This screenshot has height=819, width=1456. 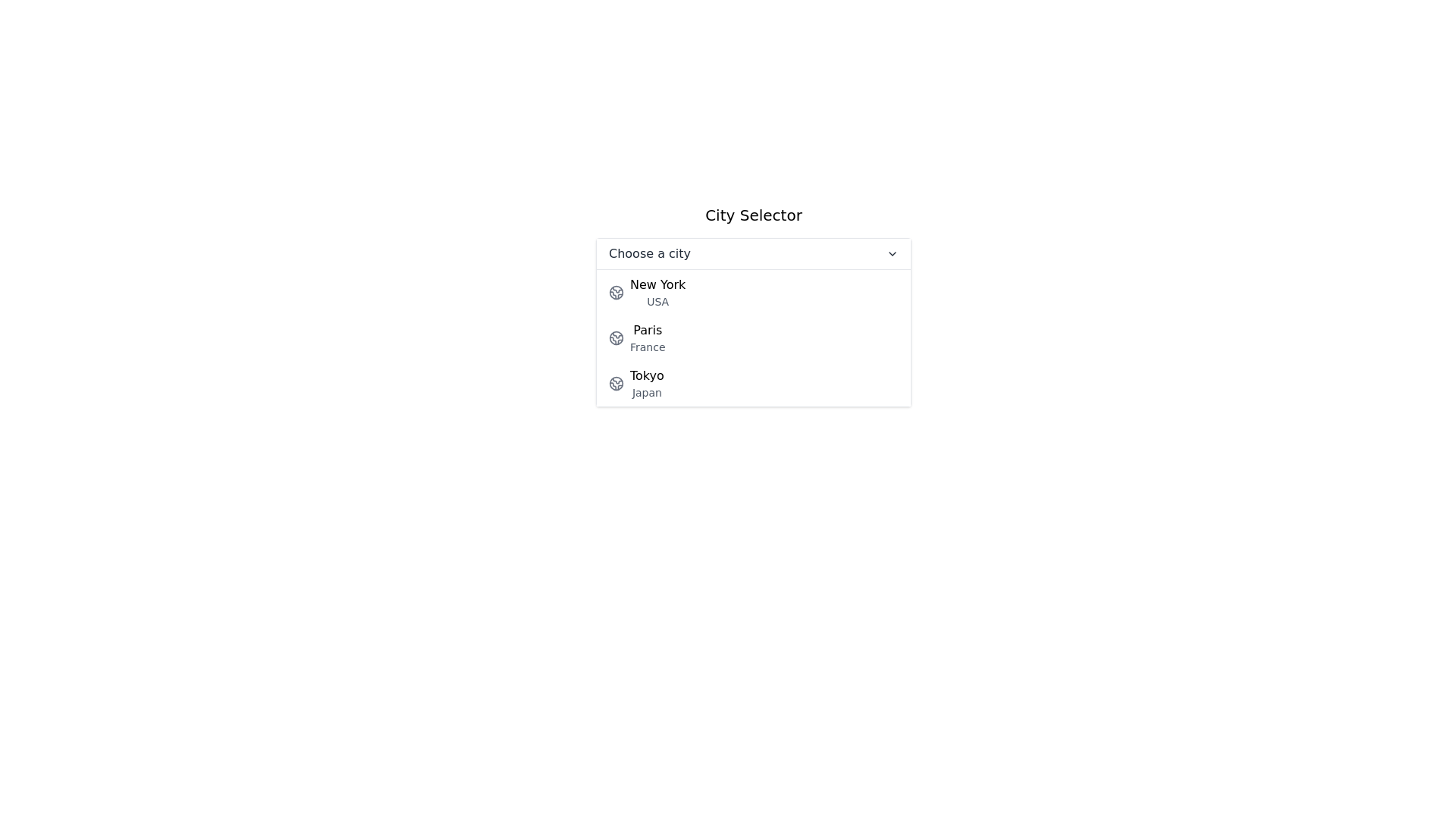 I want to click on text from the 'Paris' label in the City Selector dropdown menu, which is styled with medium font weight and is the upper label in its group, so click(x=648, y=329).